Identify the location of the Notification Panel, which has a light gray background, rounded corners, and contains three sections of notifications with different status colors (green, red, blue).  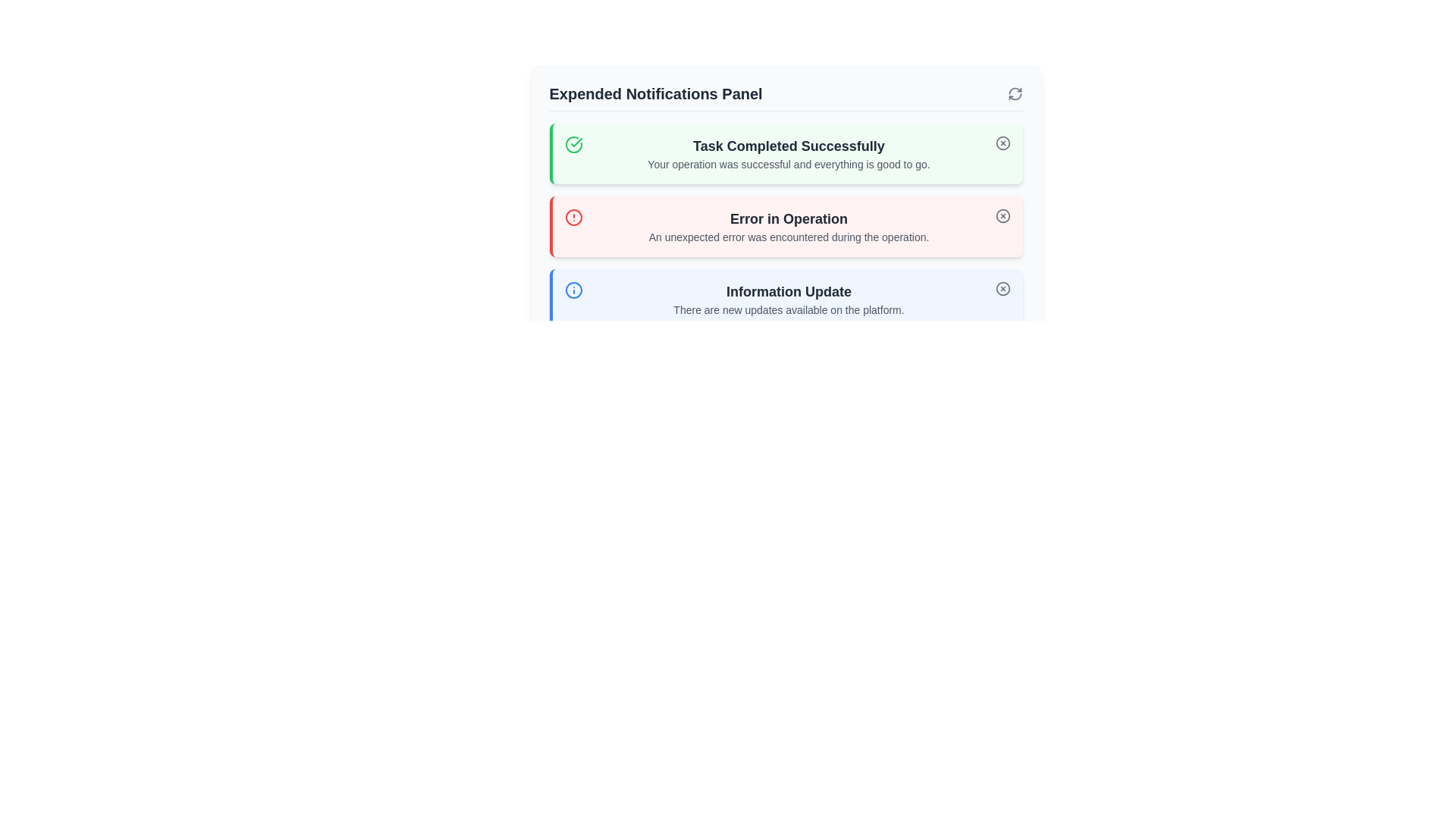
(786, 234).